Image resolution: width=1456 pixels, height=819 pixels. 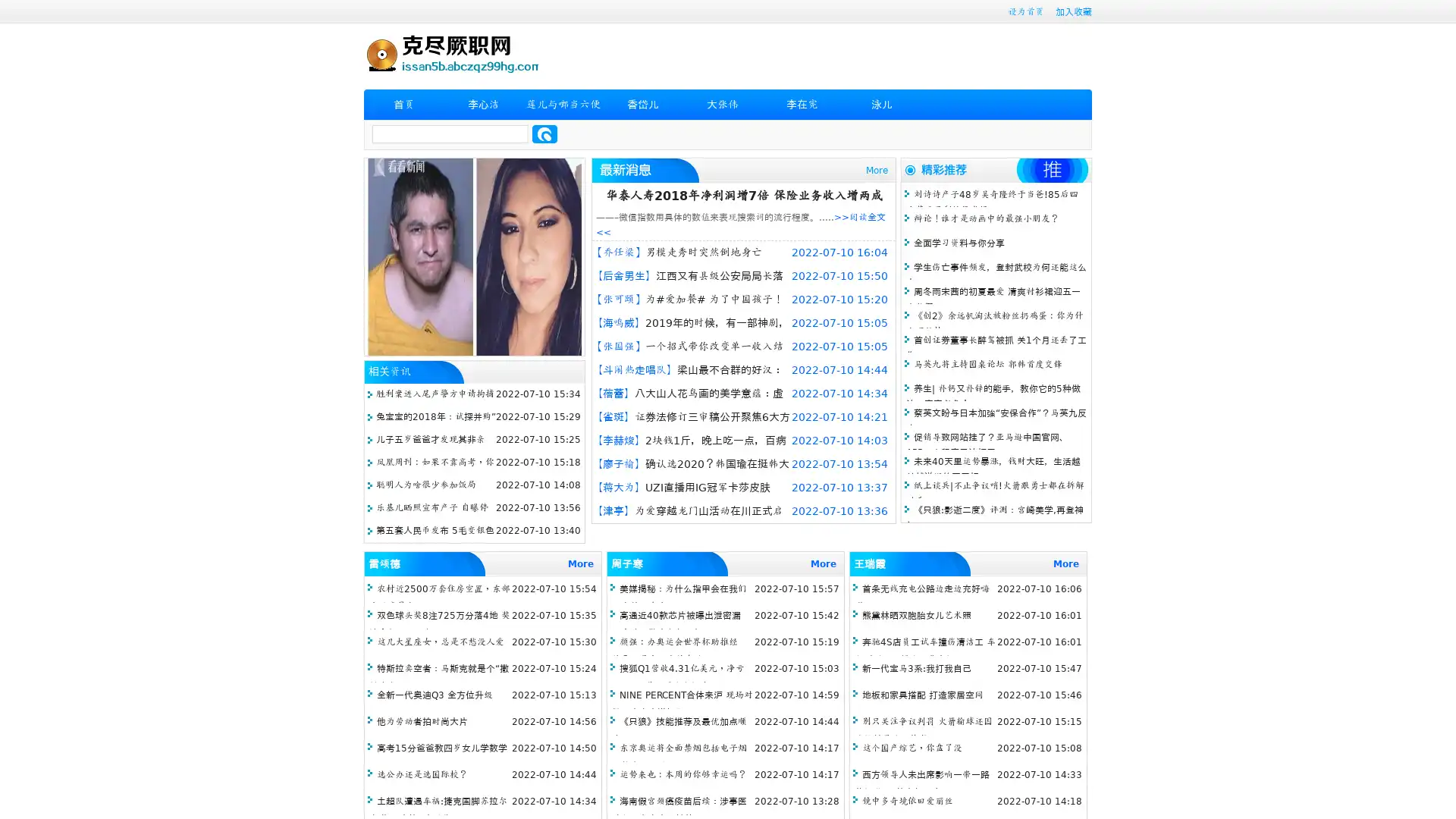 I want to click on Search, so click(x=544, y=133).